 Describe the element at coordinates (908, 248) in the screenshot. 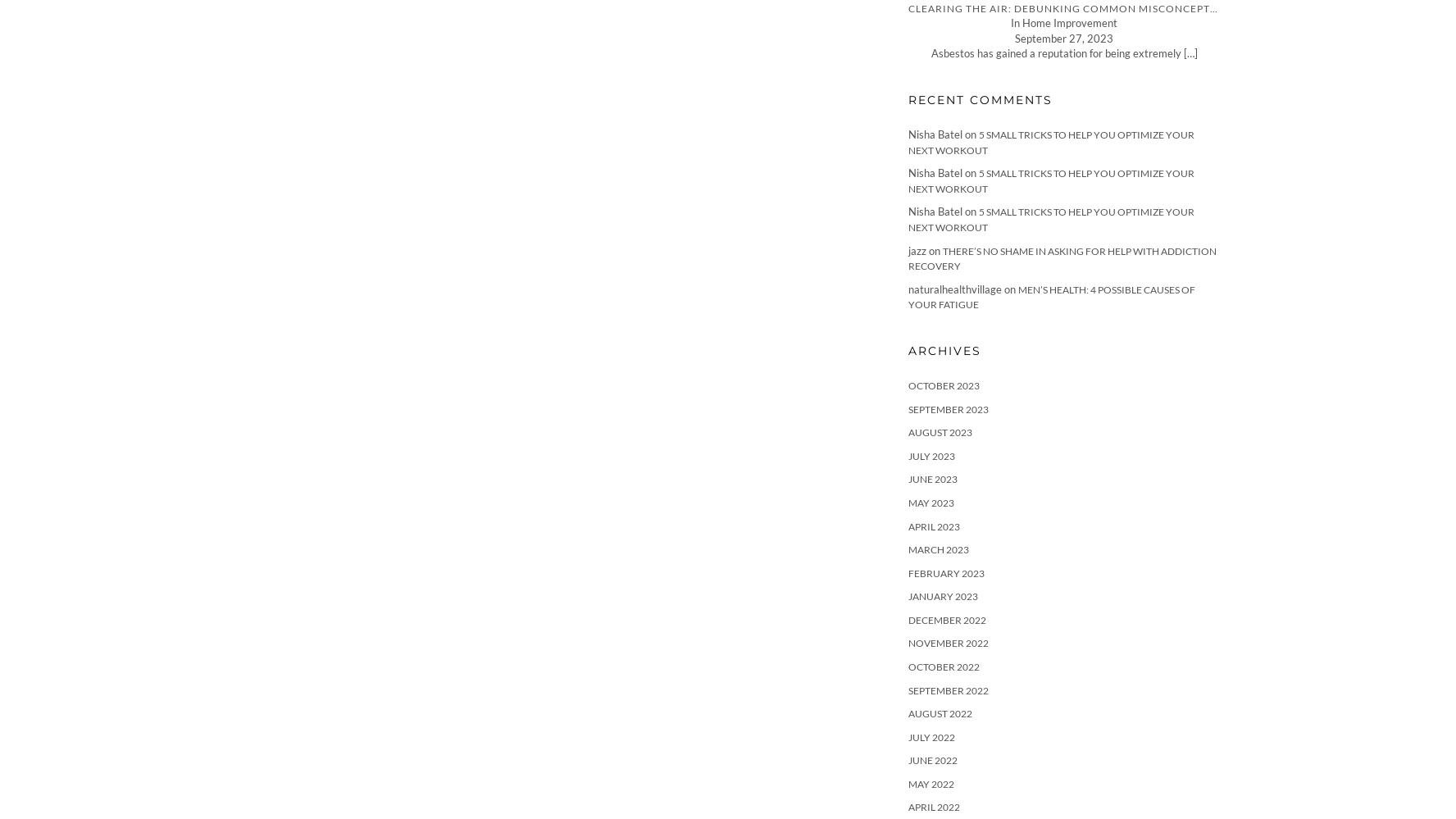

I see `'jazz'` at that location.